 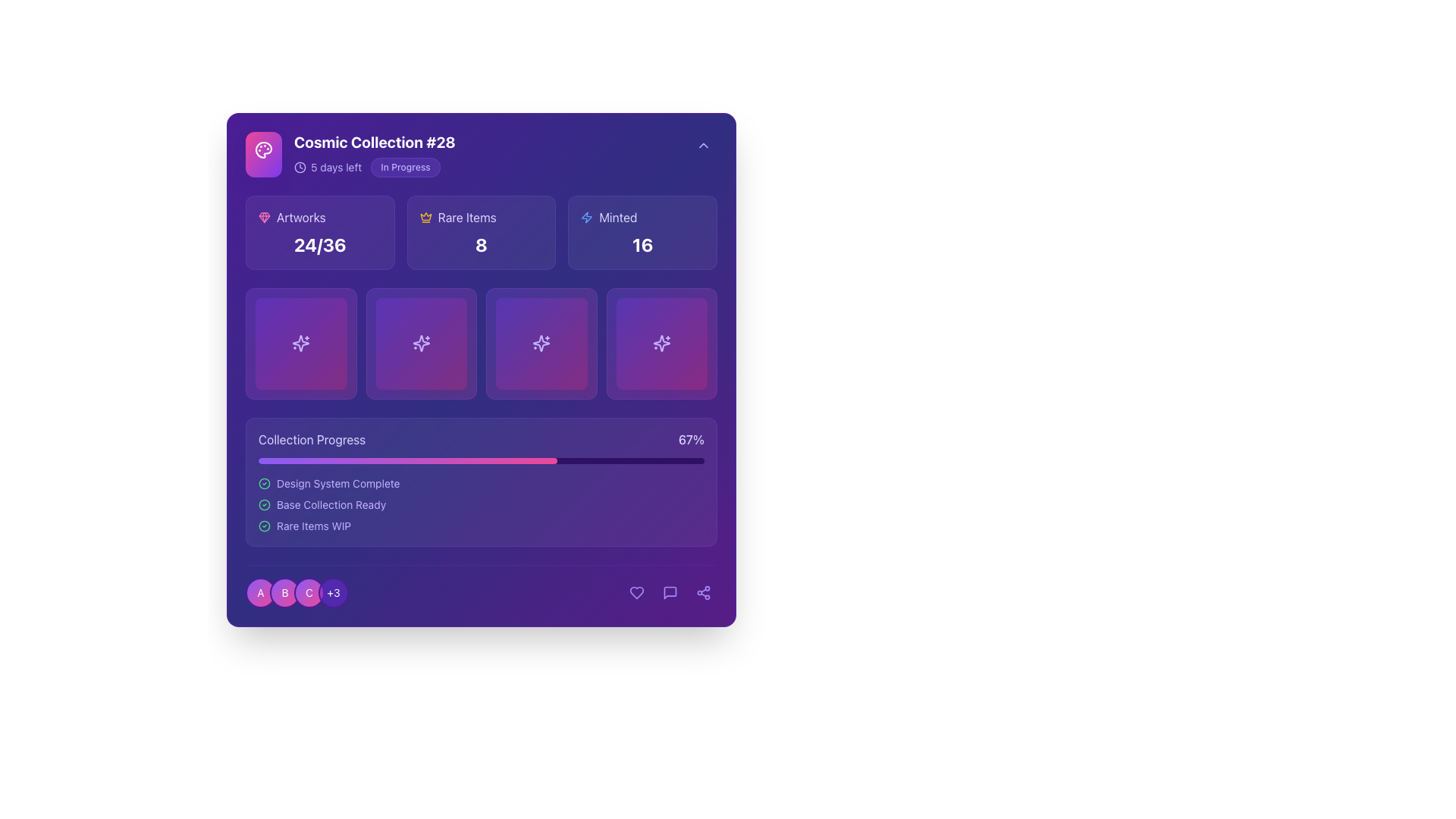 What do you see at coordinates (301, 344) in the screenshot?
I see `the interactive decorative tile with a sparkle icon in the center, located in the first column and first row of the grid below the 'Artworks', 'Rare Items', and 'Minted' statistics section` at bounding box center [301, 344].